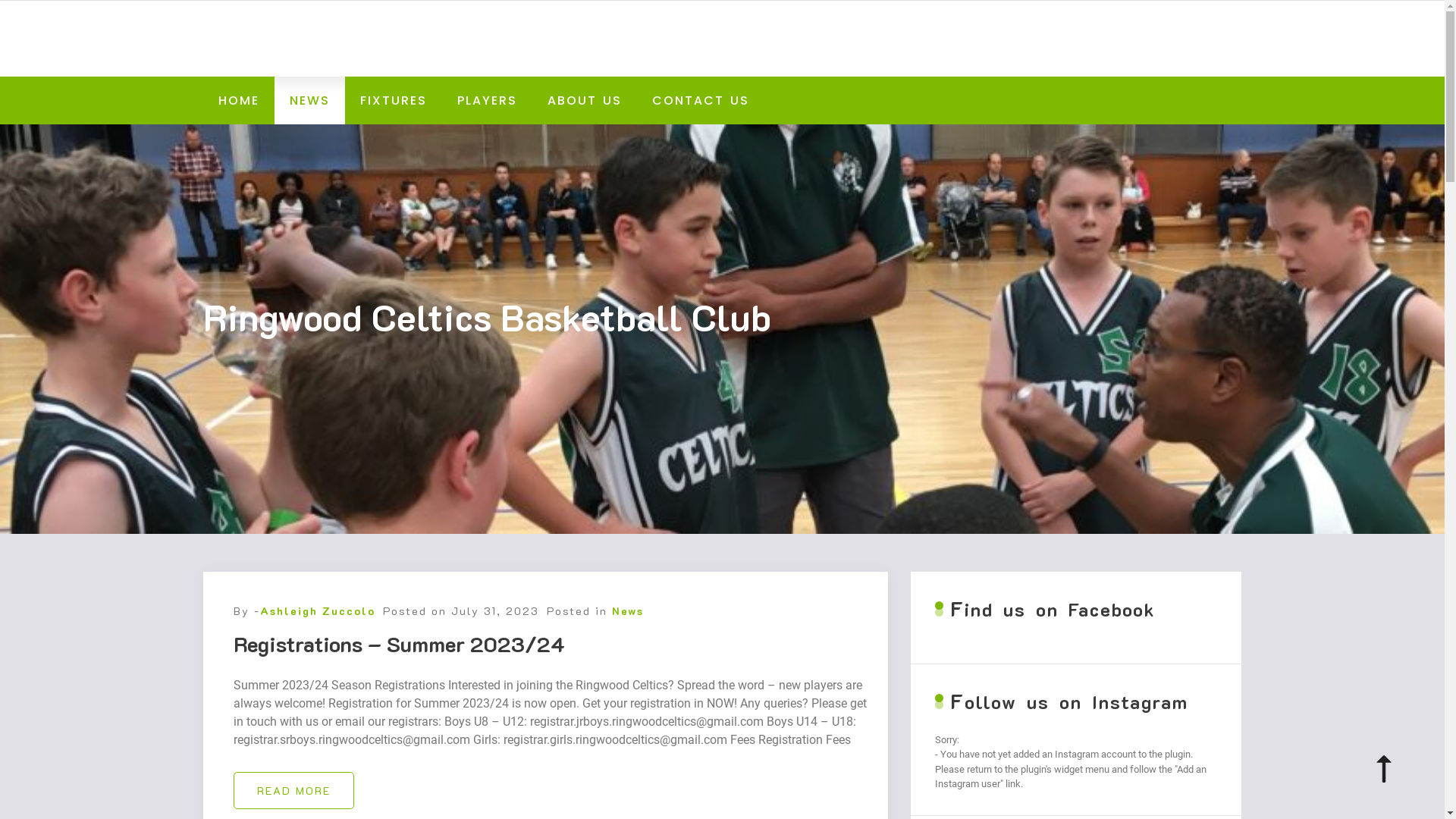 The height and width of the screenshot is (819, 1456). Describe the element at coordinates (293, 789) in the screenshot. I see `'READ MORE'` at that location.